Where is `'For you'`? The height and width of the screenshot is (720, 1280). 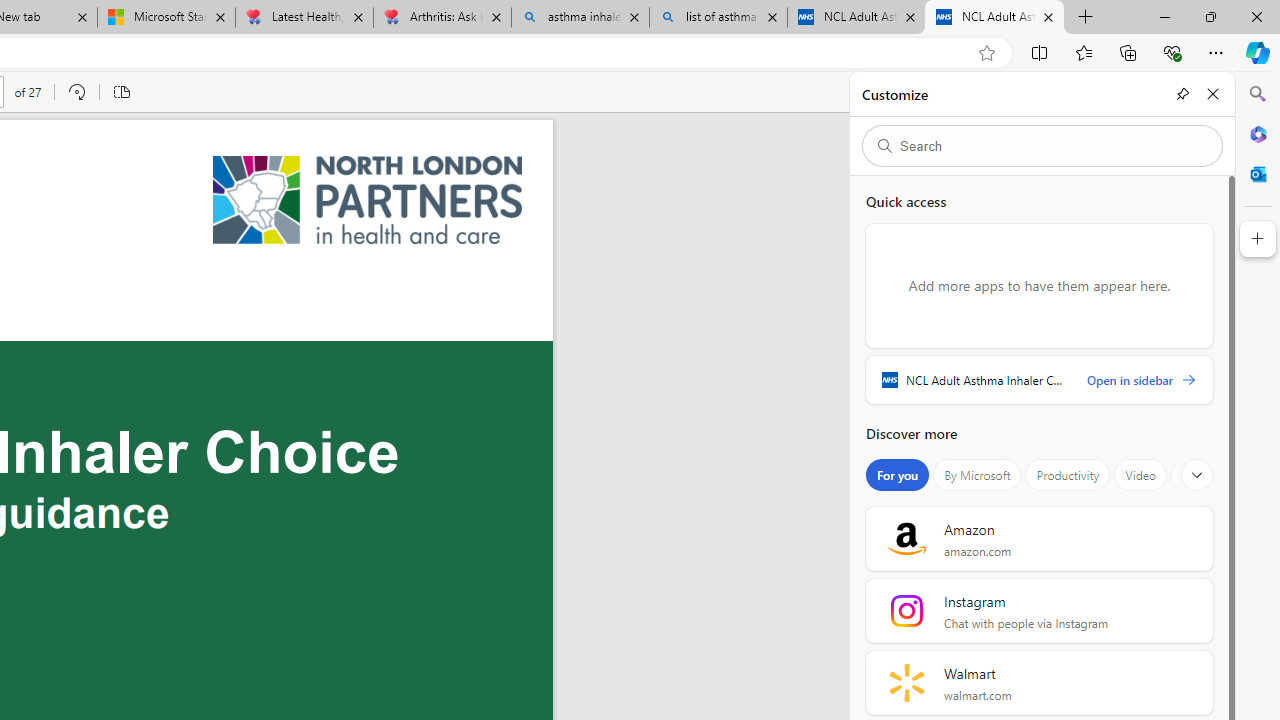
'For you' is located at coordinates (897, 475).